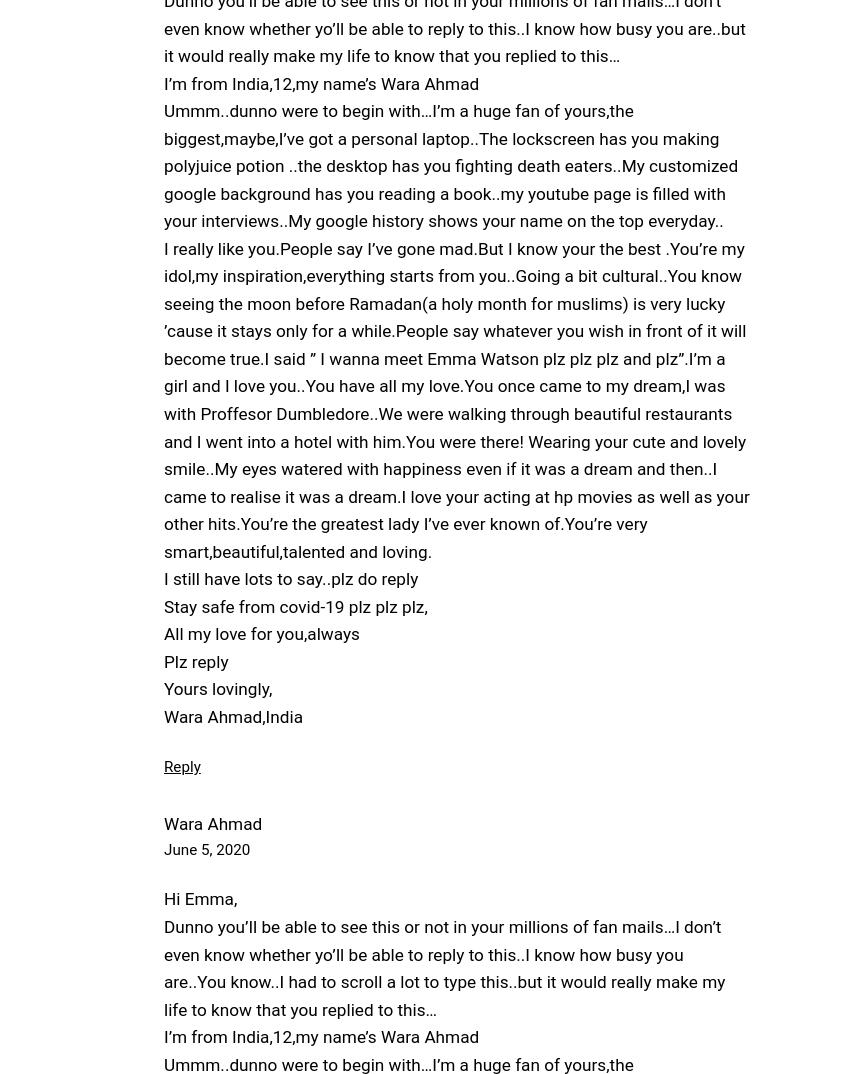 The height and width of the screenshot is (1074, 850). Describe the element at coordinates (455, 399) in the screenshot. I see `'I really like you.People say I’ve gone mad.But I know your the best .You’re my idol,my inspiration,everything starts from you..Going a bit cultural..You know seeing the moon before Ramadan(a holy month for muslims) is very lucky ’cause it stays only for a while.People say whatever you wish in front of it will become true.I said ” I wanna meet Emma Watson plz plz plz and plz”.I’m a girl and I love you..You have all my love.You once came to my dream,I was with Proffesor Dumbledore..We were walking through beautiful restaurants and I went into a hotel with him.You were there! Wearing your cute and lovely smile..My eyes watered with happiness even if it was a dream and then..I came to realise it was a dream.I love your acting at hp movies as well as your other hits.You’re the greatest lady I’ve ever known of.You’re very smart,beautiful,talented and loving.'` at that location.